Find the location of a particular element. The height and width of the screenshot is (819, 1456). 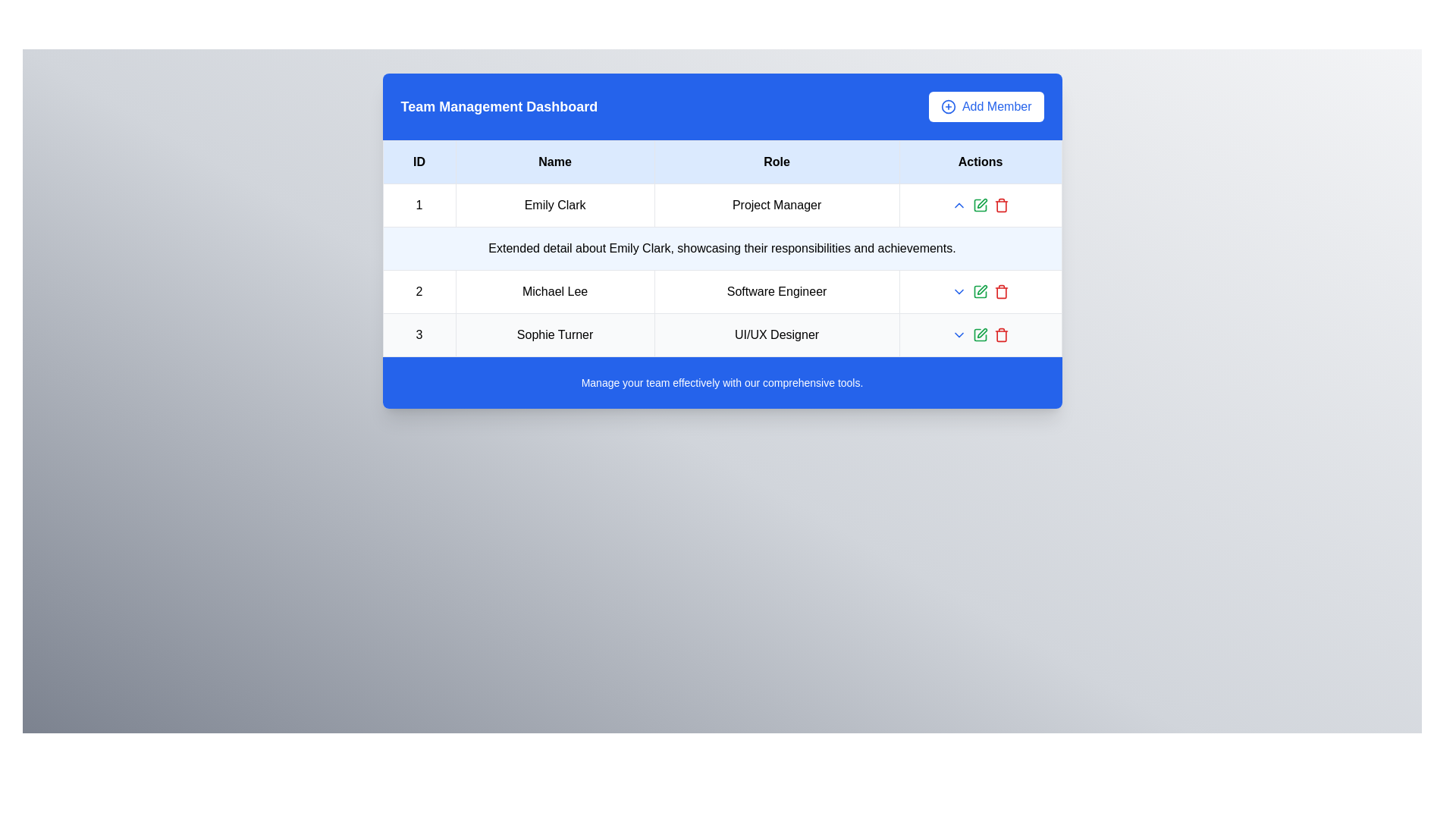

the text label displaying 'Emily Clark' located in the first row of the table under the 'Name' header, positioned between the 'ID' and 'Role' columns is located at coordinates (554, 205).